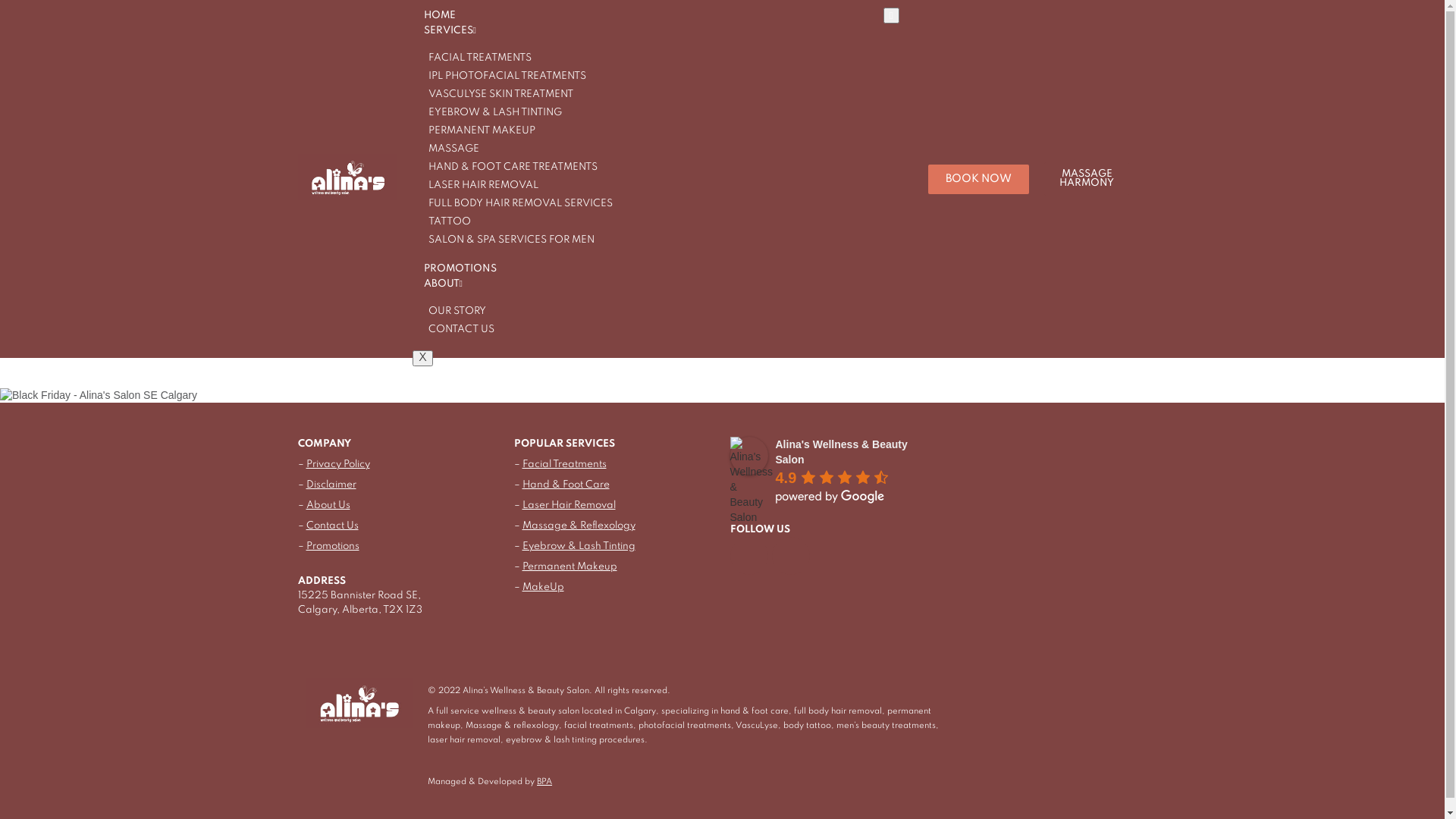 The height and width of the screenshot is (819, 1456). Describe the element at coordinates (521, 525) in the screenshot. I see `'Massage & Reflexology'` at that location.